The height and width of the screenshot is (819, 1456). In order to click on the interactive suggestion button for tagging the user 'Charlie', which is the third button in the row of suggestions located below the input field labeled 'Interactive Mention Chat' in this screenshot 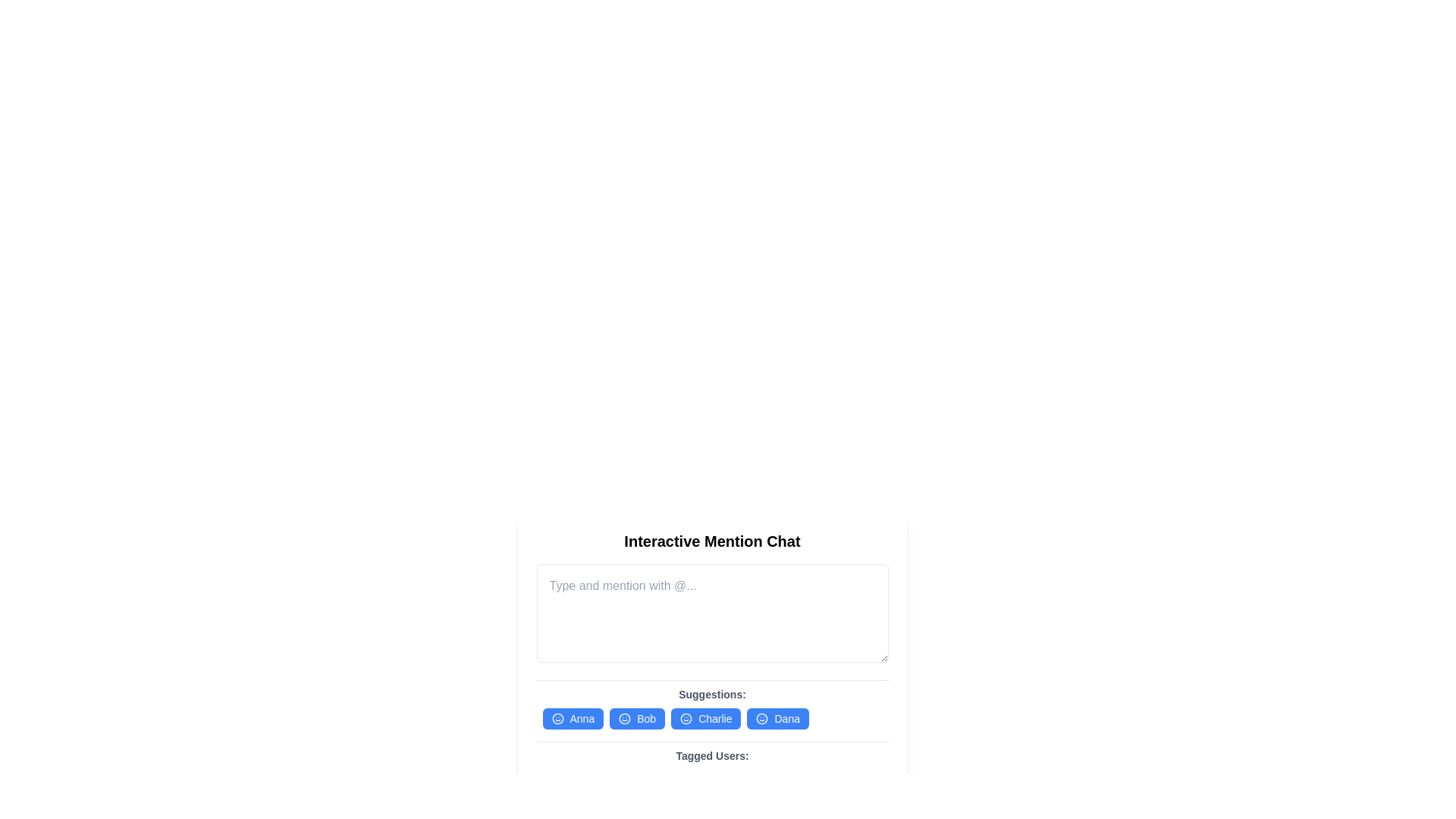, I will do `click(705, 718)`.